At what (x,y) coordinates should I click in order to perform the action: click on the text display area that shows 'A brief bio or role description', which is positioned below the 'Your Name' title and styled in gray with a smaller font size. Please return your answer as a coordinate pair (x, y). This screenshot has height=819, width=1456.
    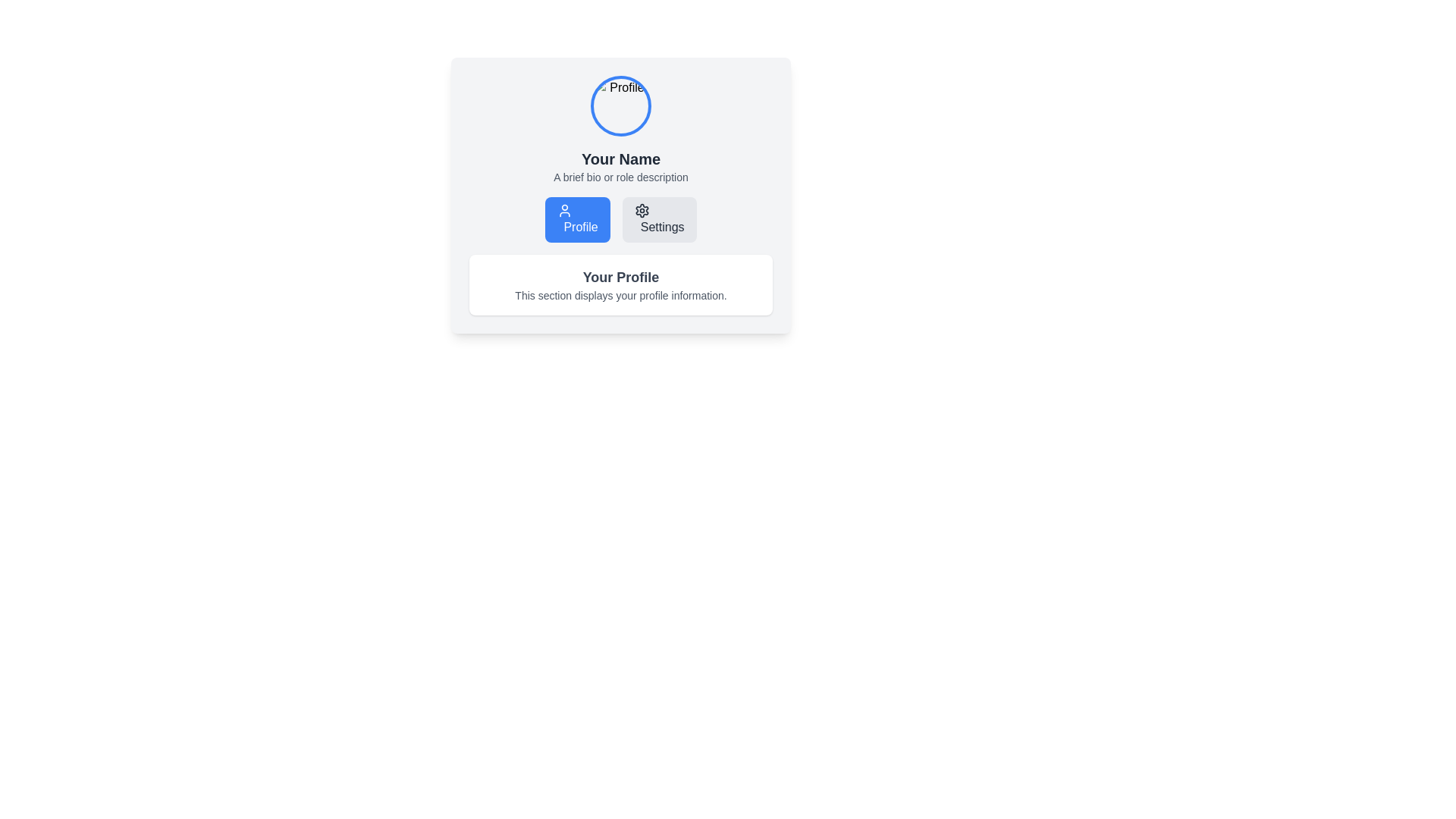
    Looking at the image, I should click on (621, 177).